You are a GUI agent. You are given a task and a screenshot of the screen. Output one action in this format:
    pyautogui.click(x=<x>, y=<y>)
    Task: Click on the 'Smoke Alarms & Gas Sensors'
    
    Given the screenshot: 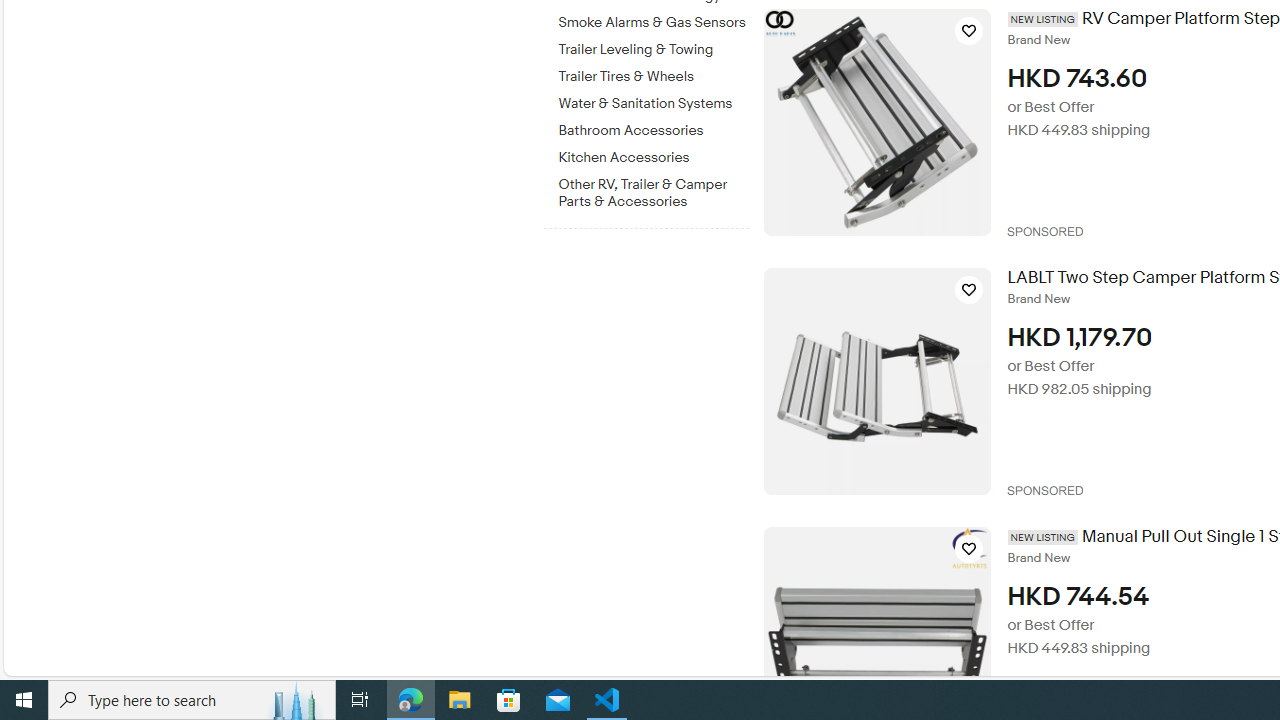 What is the action you would take?
    pyautogui.click(x=653, y=19)
    